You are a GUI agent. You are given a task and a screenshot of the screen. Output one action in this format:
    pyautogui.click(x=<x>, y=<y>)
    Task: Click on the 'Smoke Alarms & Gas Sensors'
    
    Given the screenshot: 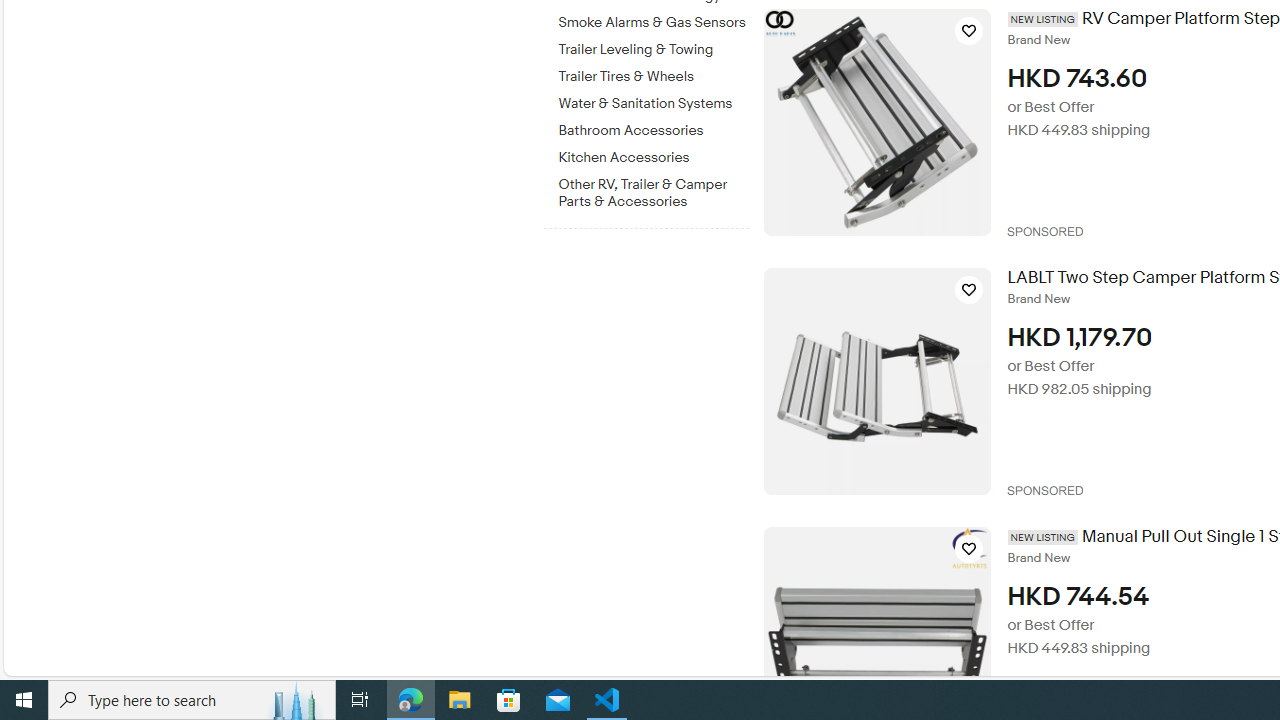 What is the action you would take?
    pyautogui.click(x=653, y=19)
    